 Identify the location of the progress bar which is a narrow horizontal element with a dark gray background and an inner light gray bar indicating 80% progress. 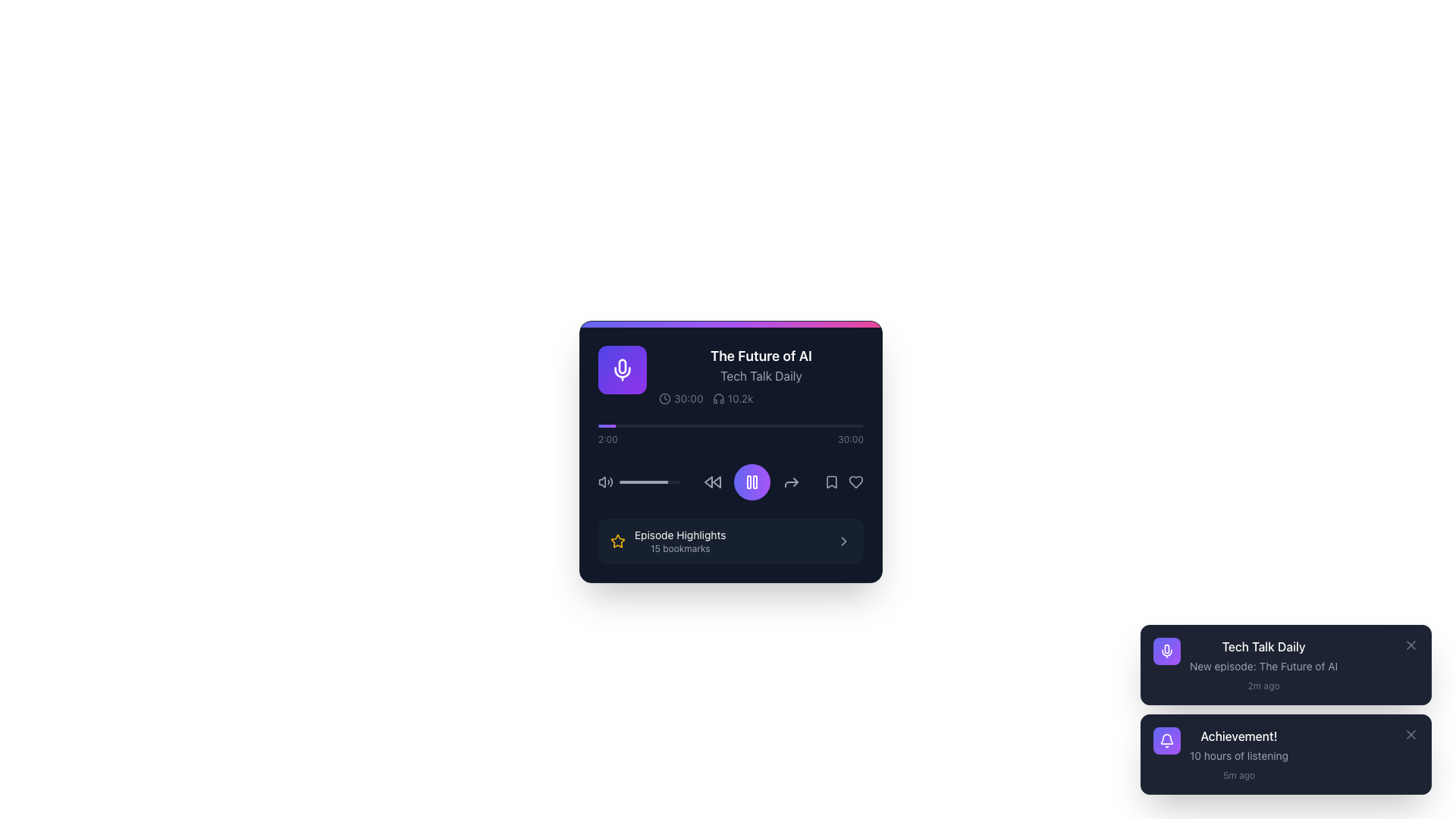
(650, 482).